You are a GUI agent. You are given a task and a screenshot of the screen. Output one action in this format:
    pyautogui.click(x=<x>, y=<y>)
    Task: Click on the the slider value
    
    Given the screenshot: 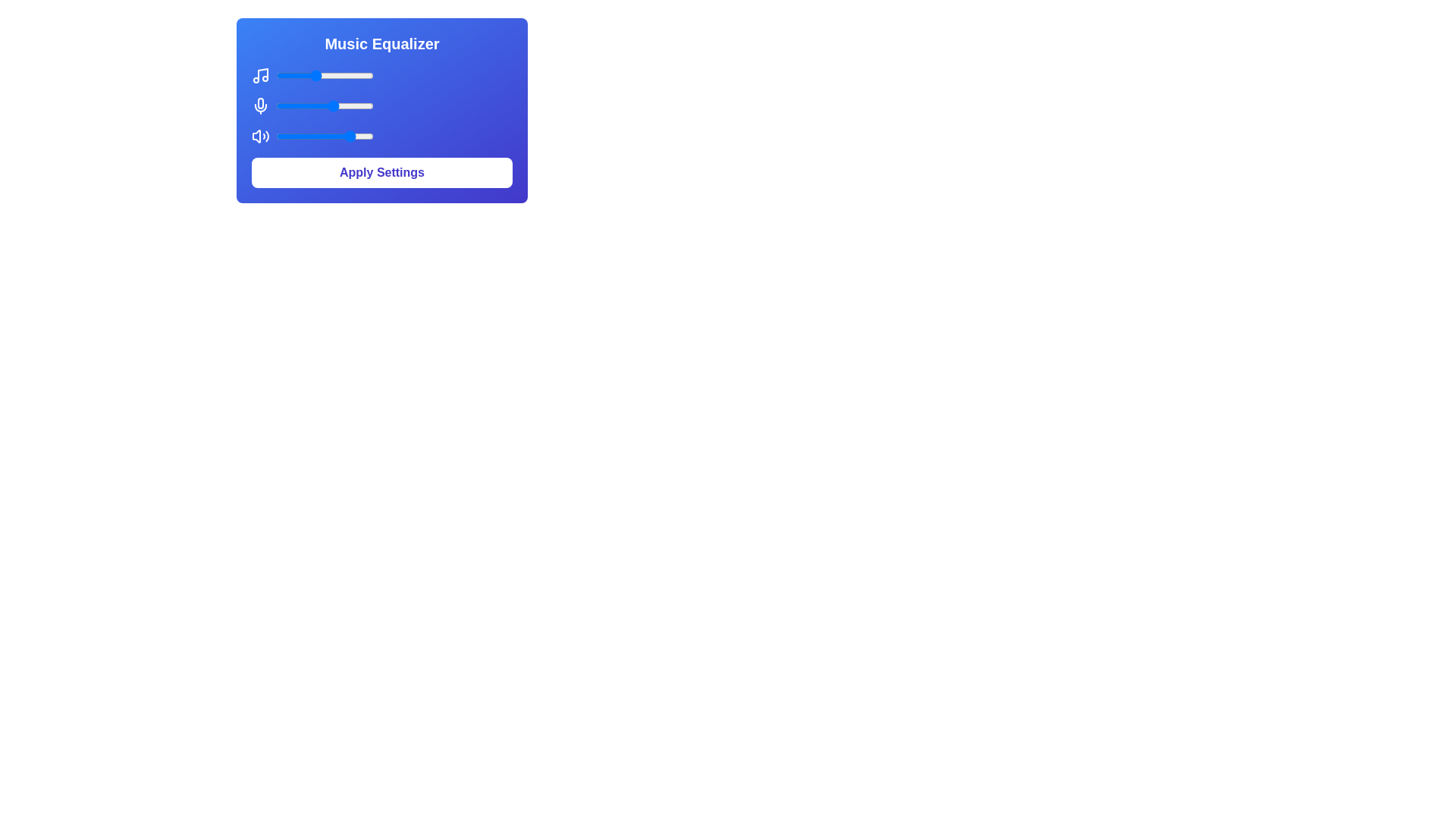 What is the action you would take?
    pyautogui.click(x=327, y=136)
    